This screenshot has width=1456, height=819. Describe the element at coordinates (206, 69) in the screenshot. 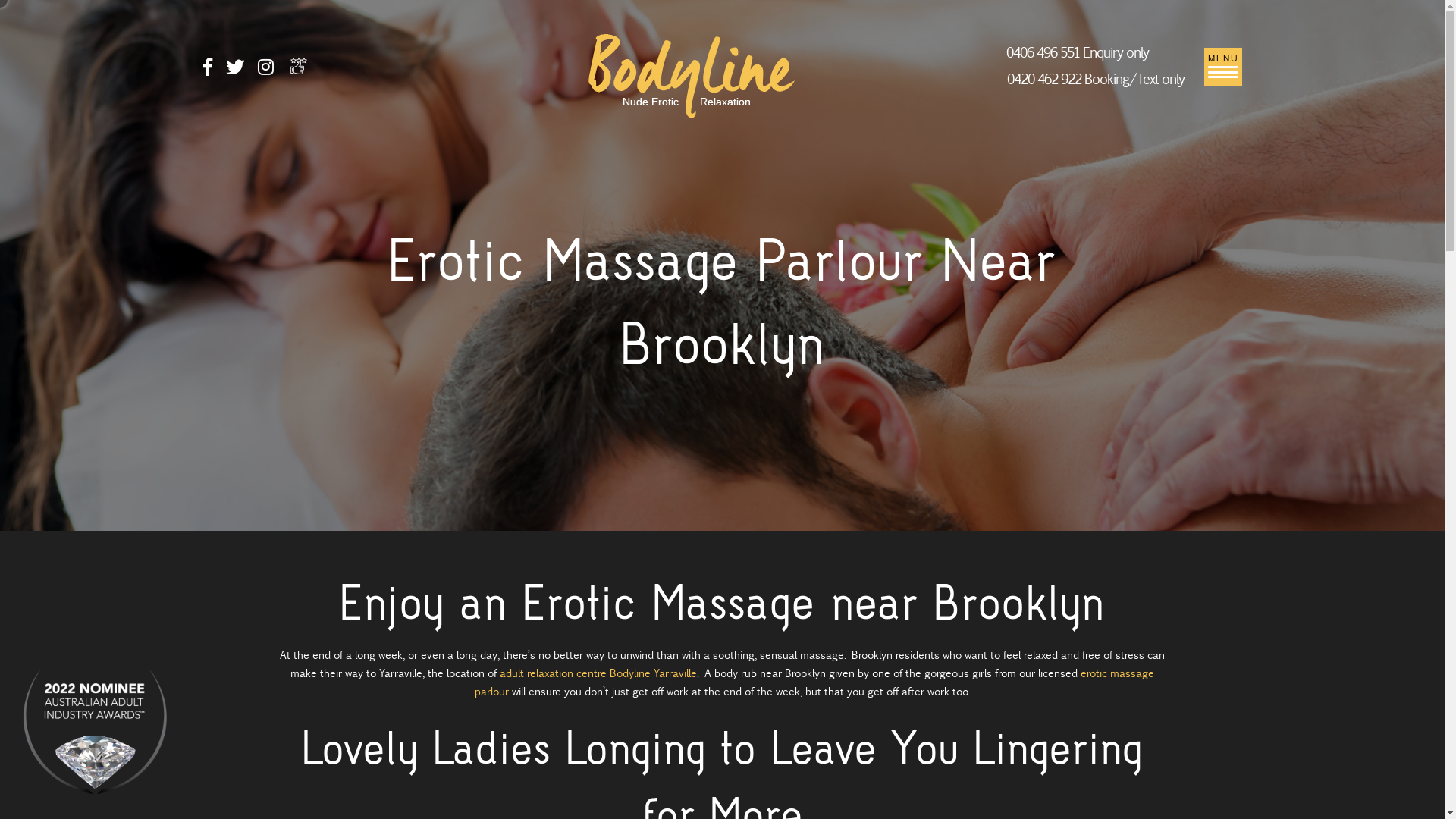

I see `'Facebook'` at that location.